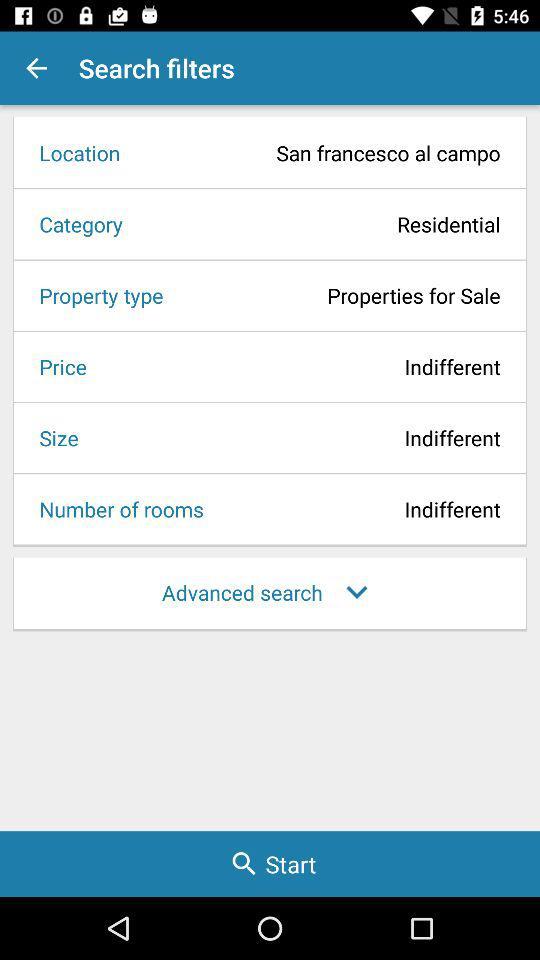 This screenshot has height=960, width=540. Describe the element at coordinates (52, 437) in the screenshot. I see `the icon to the left of the indifferent icon` at that location.